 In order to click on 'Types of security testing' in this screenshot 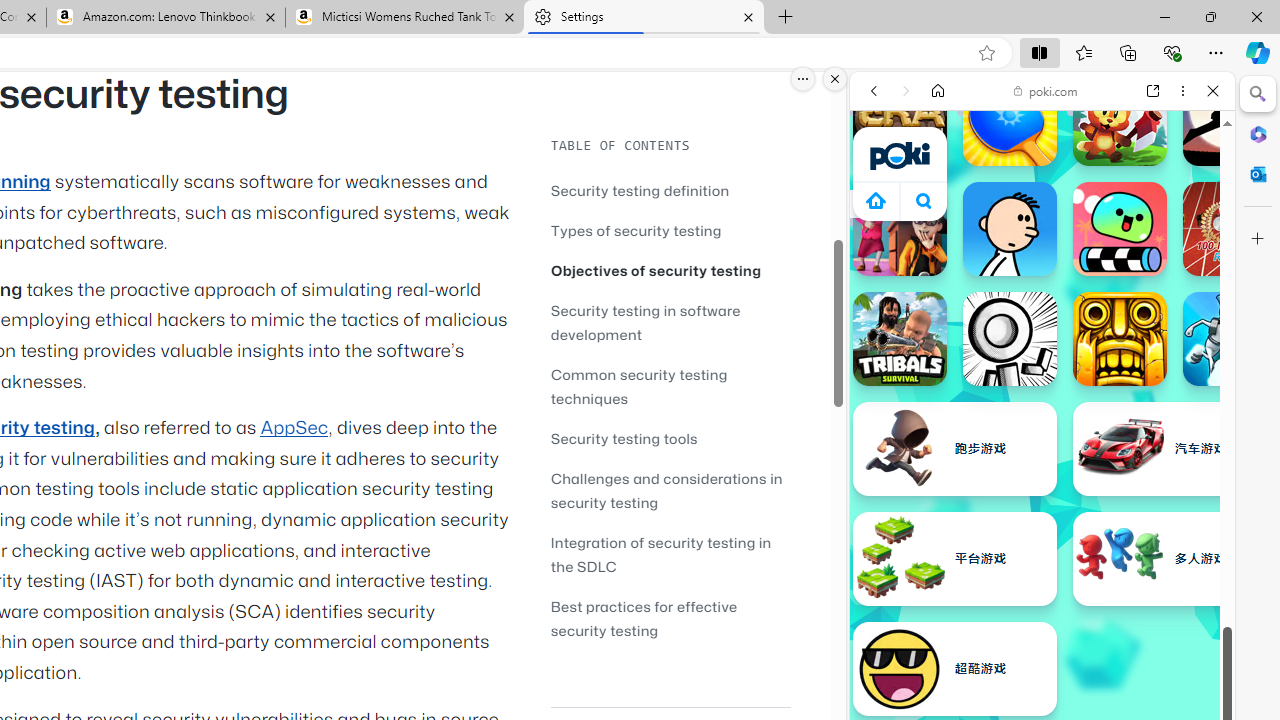, I will do `click(670, 229)`.